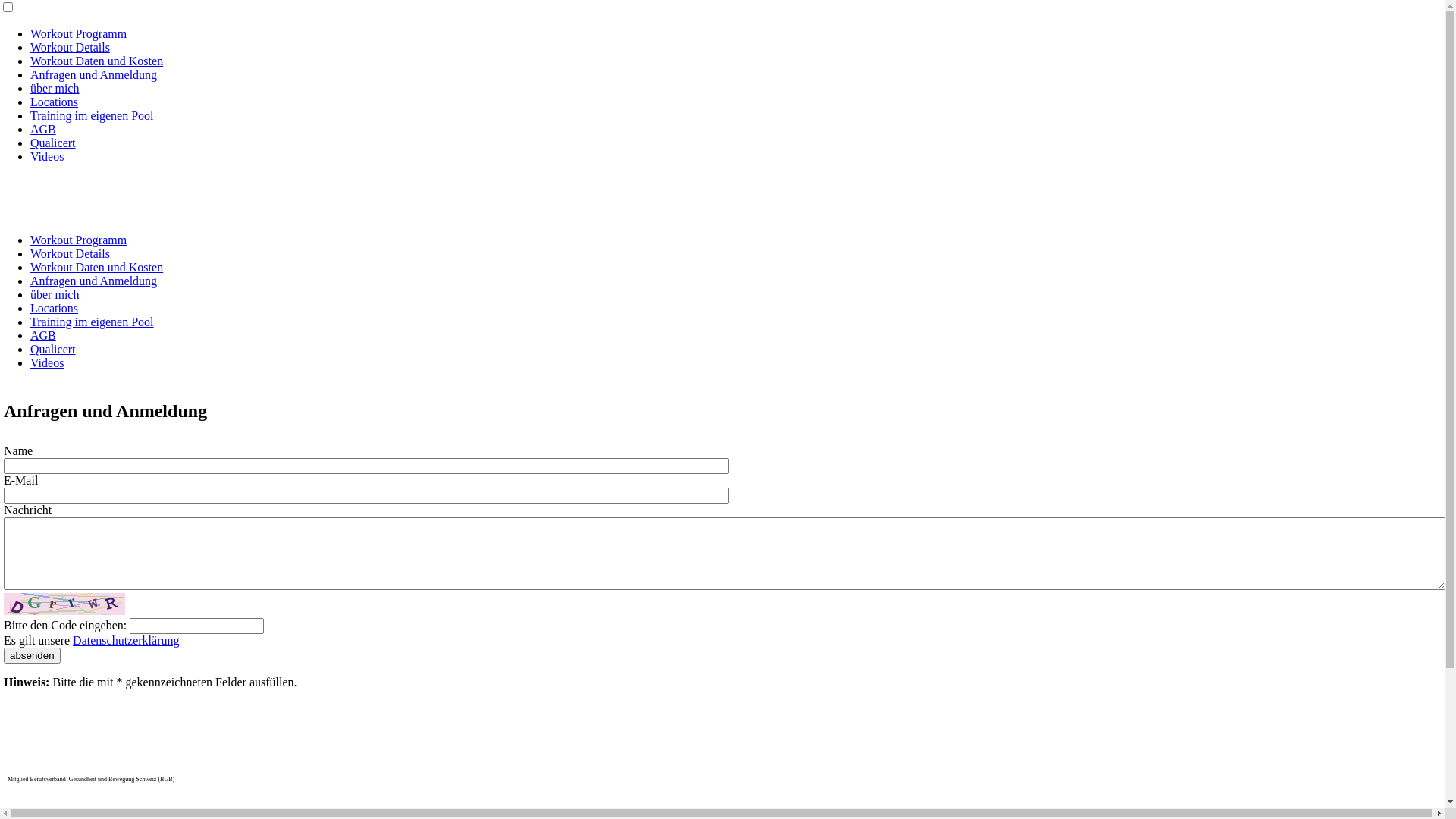 The image size is (1456, 819). What do you see at coordinates (93, 281) in the screenshot?
I see `'Anfragen und Anmeldung'` at bounding box center [93, 281].